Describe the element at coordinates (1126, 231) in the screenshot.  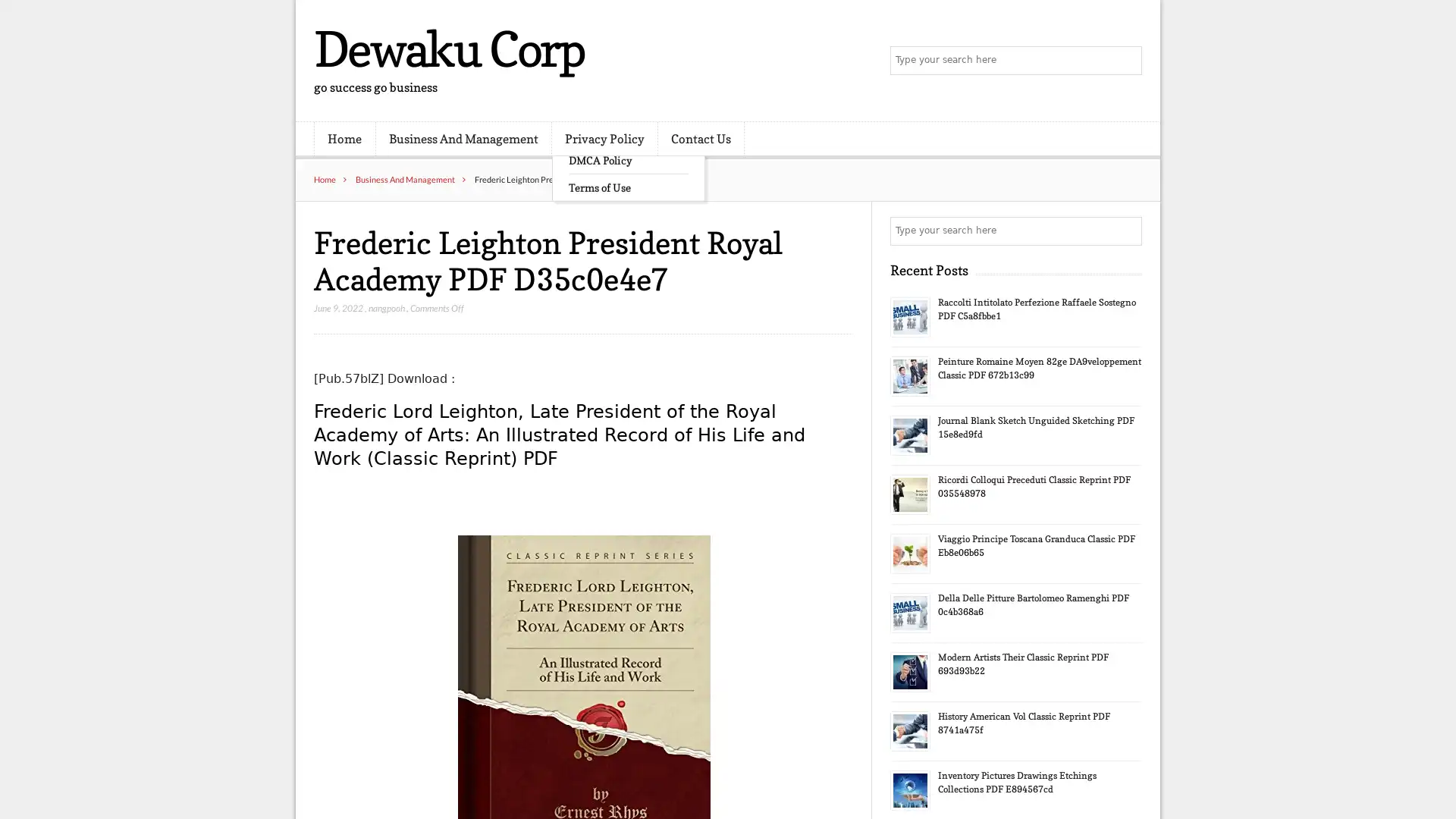
I see `Search` at that location.